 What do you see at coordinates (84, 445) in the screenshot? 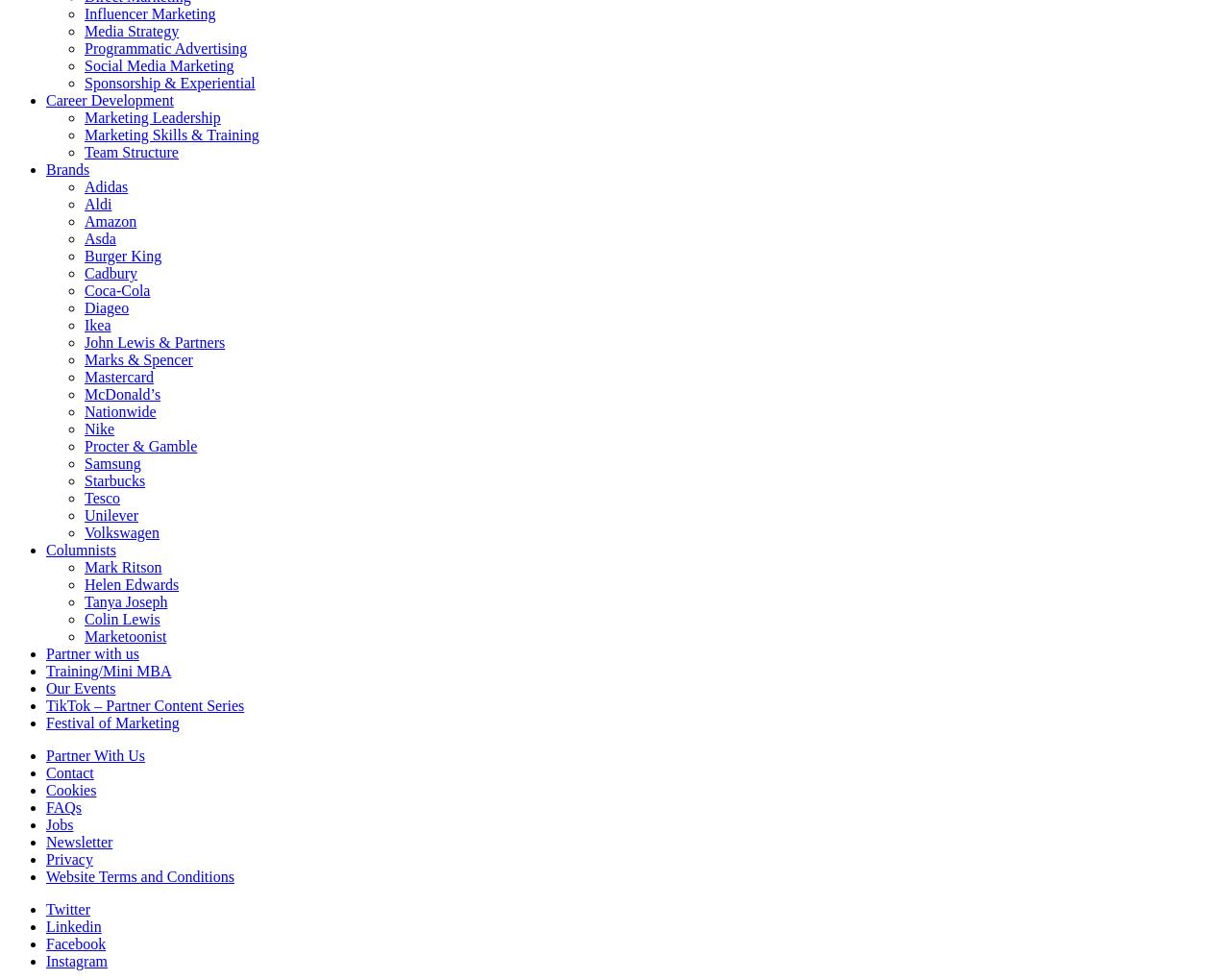
I see `'Procter & Gamble'` at bounding box center [84, 445].